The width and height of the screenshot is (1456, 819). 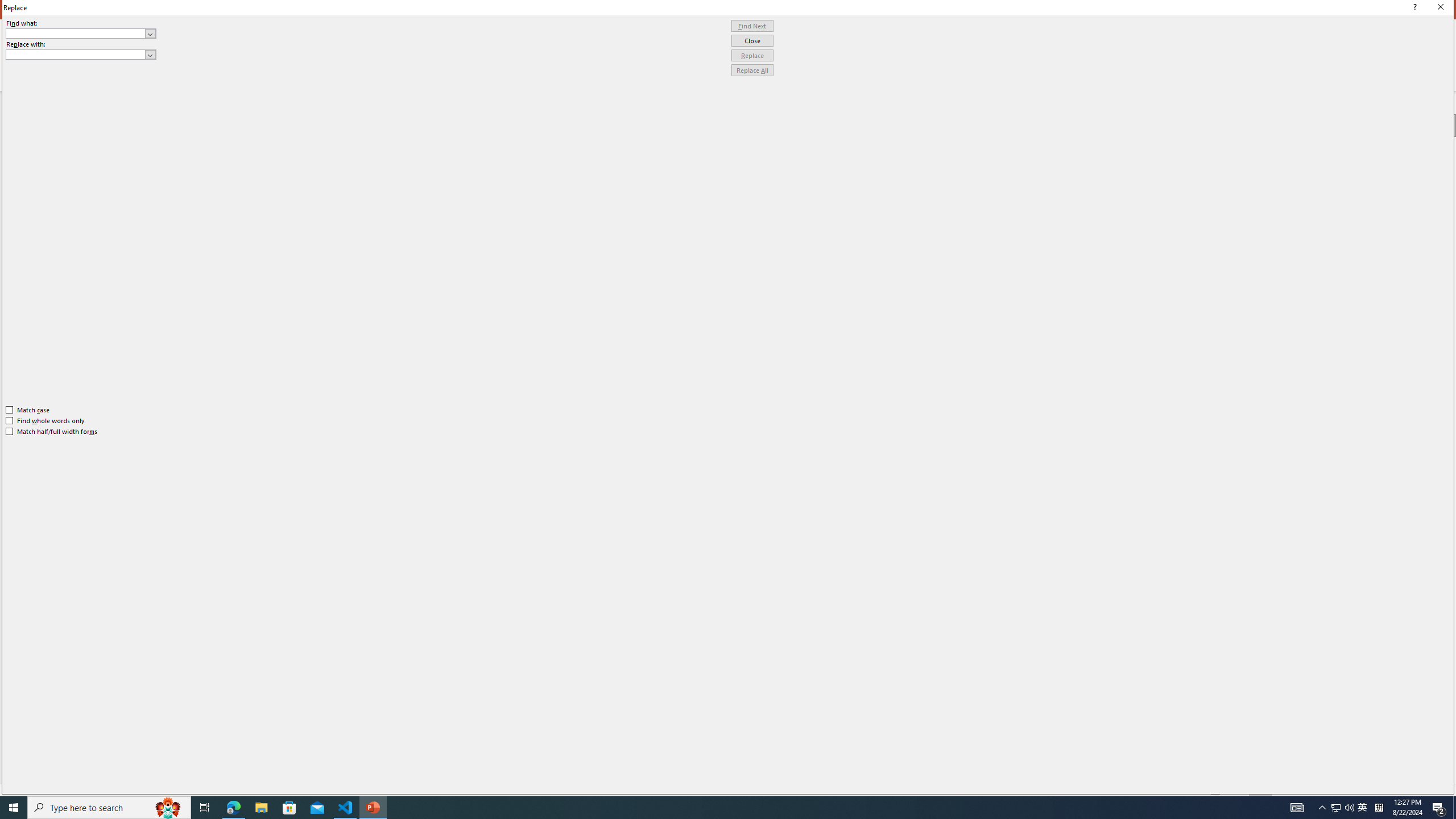 What do you see at coordinates (81, 54) in the screenshot?
I see `'Replace with'` at bounding box center [81, 54].